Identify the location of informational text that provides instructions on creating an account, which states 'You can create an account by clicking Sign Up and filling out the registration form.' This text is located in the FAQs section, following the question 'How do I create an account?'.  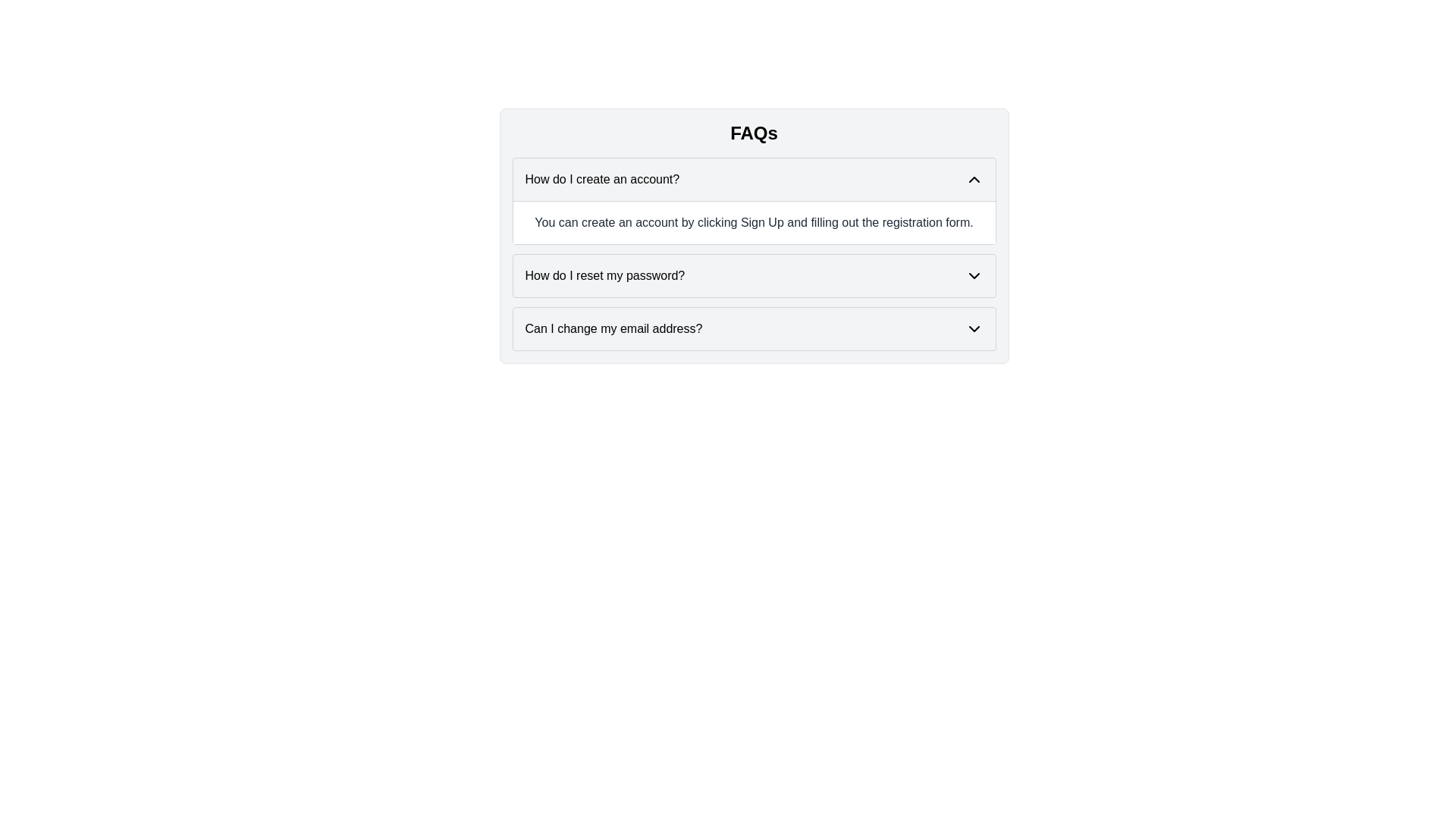
(754, 222).